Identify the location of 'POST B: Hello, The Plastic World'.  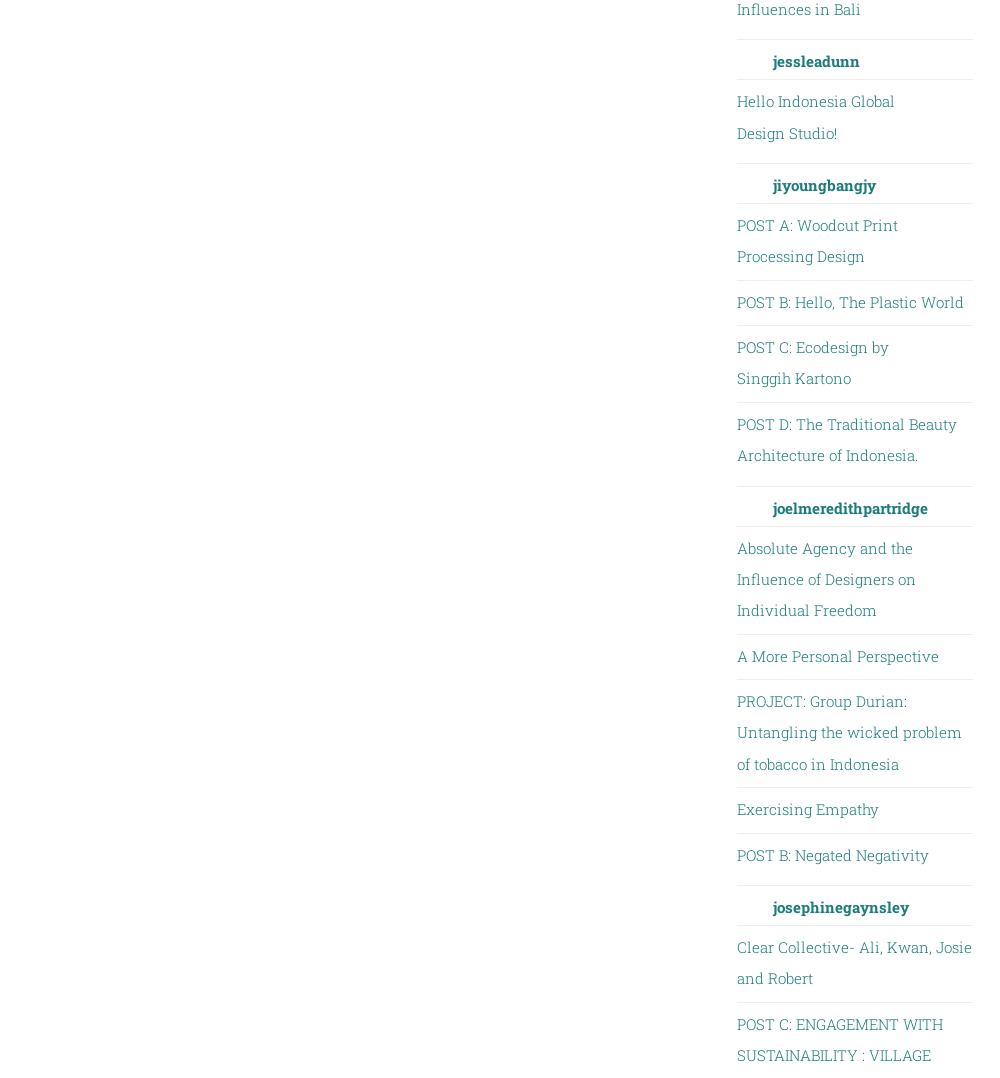
(848, 300).